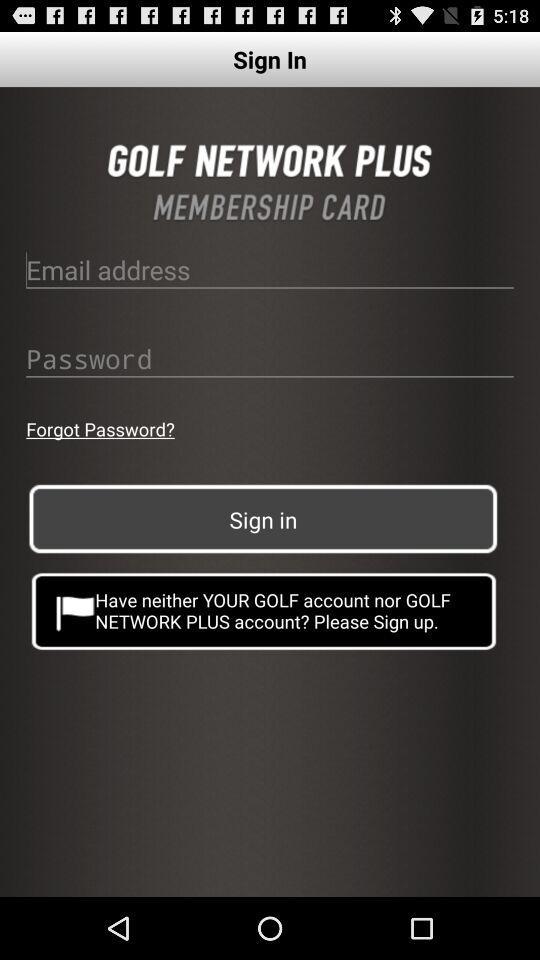 The image size is (540, 960). I want to click on the forgot password?, so click(99, 429).